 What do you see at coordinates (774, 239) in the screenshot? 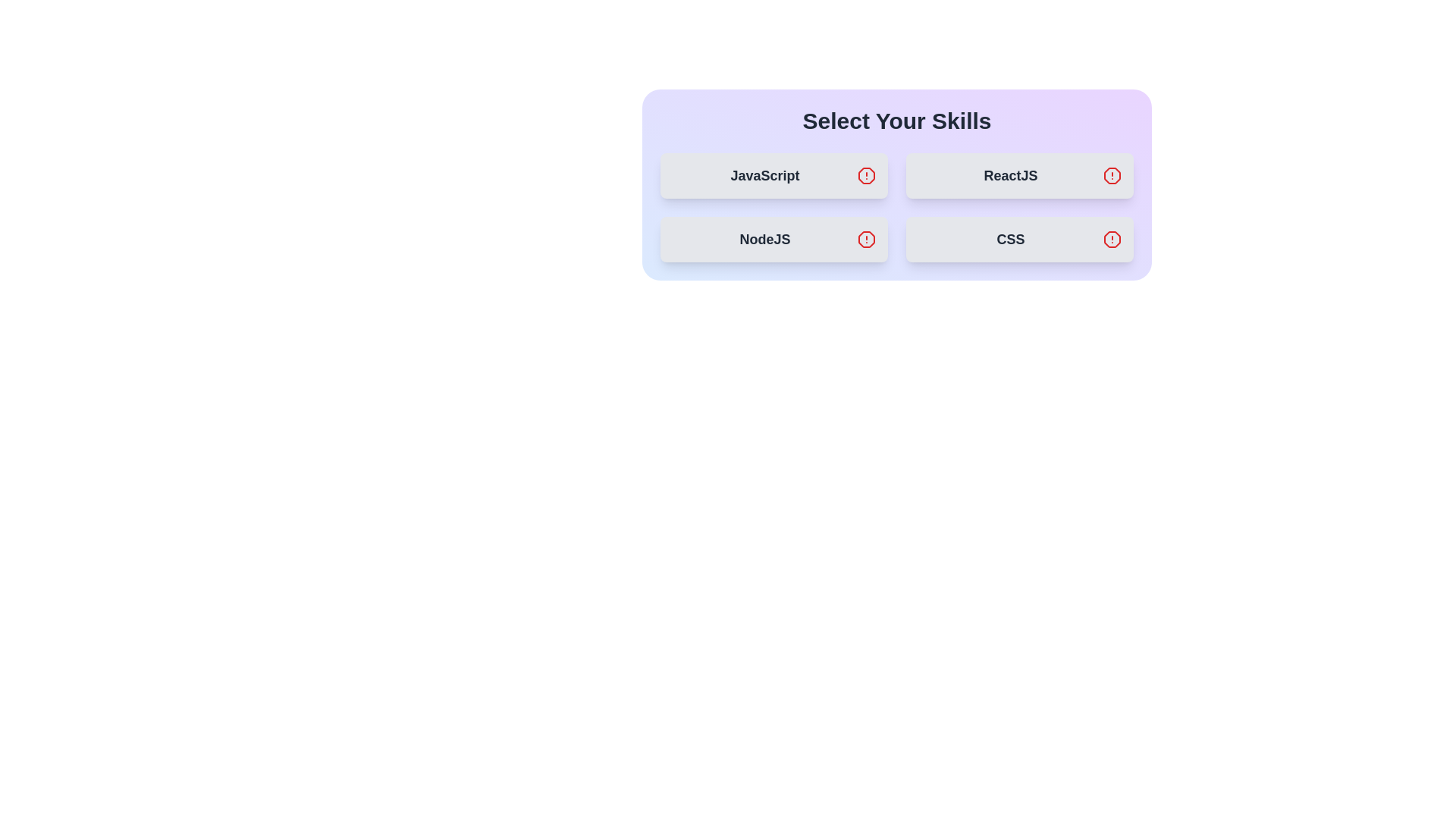
I see `the skill item NodeJS` at bounding box center [774, 239].